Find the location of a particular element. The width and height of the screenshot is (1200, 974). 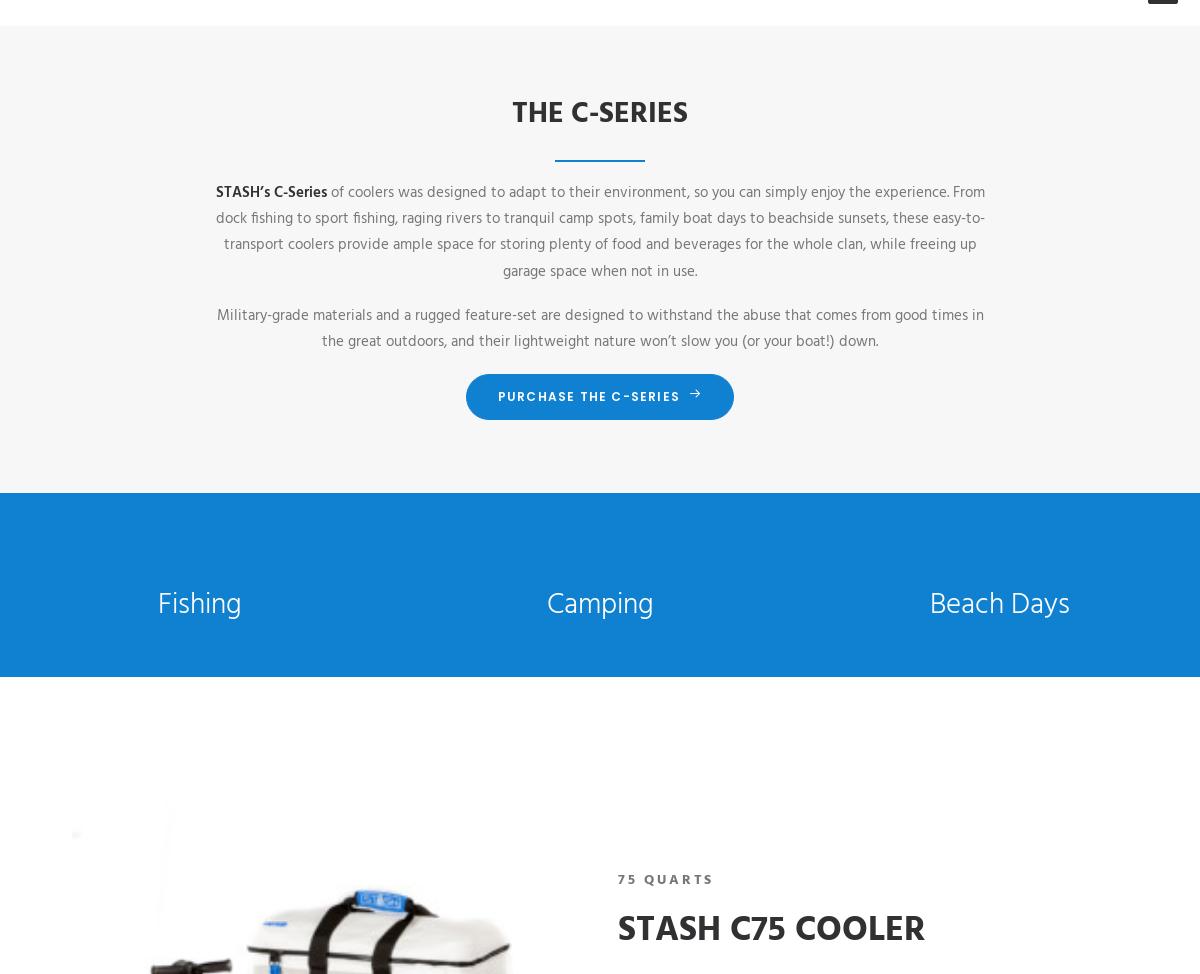

'Beach Days' is located at coordinates (999, 603).